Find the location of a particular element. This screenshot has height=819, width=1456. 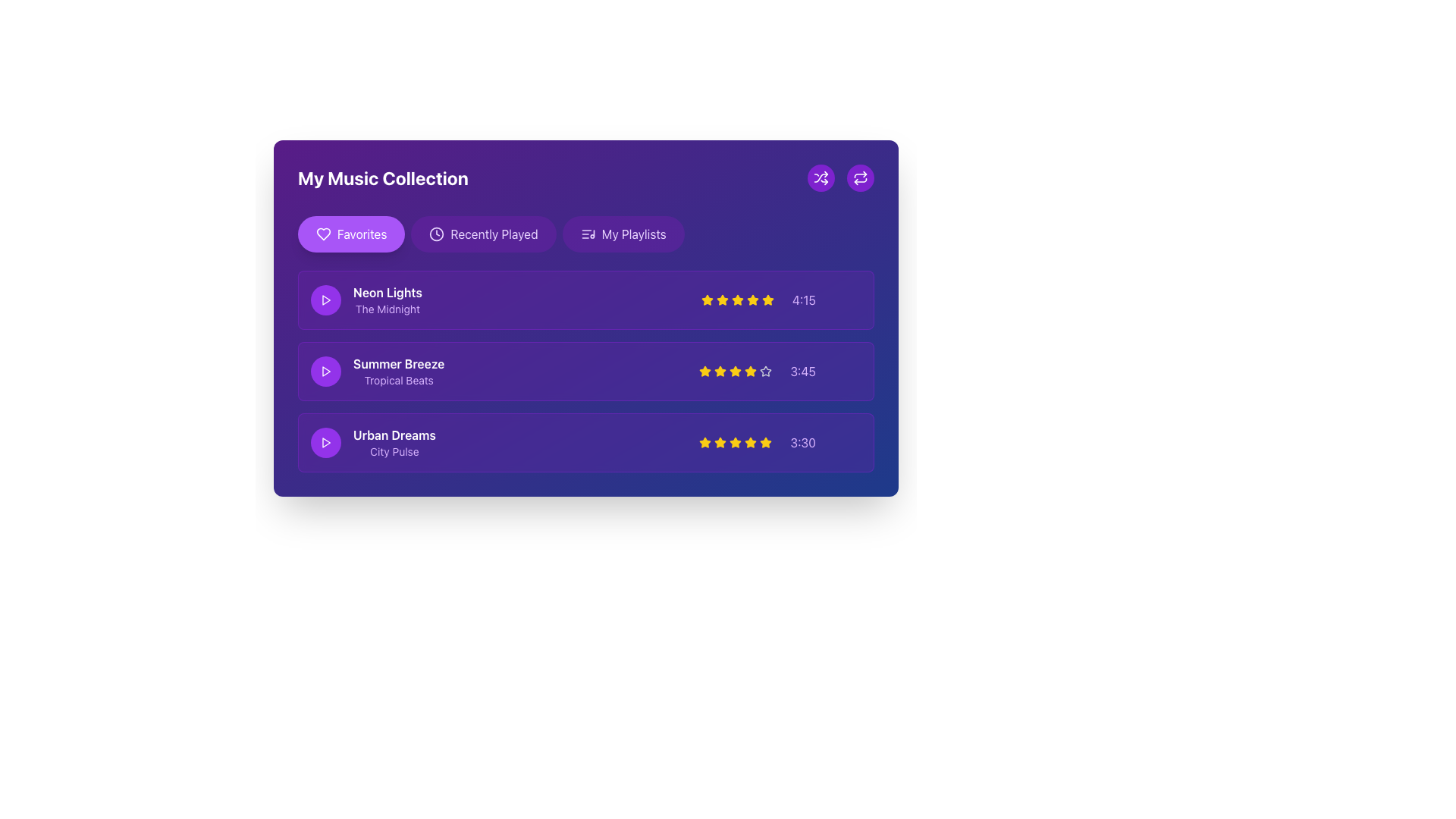

the appearance of the fifth star-shaped icon, which is yellow filled and outlined, located in the rating interface for the 'Urban Dreams' song entry is located at coordinates (751, 442).